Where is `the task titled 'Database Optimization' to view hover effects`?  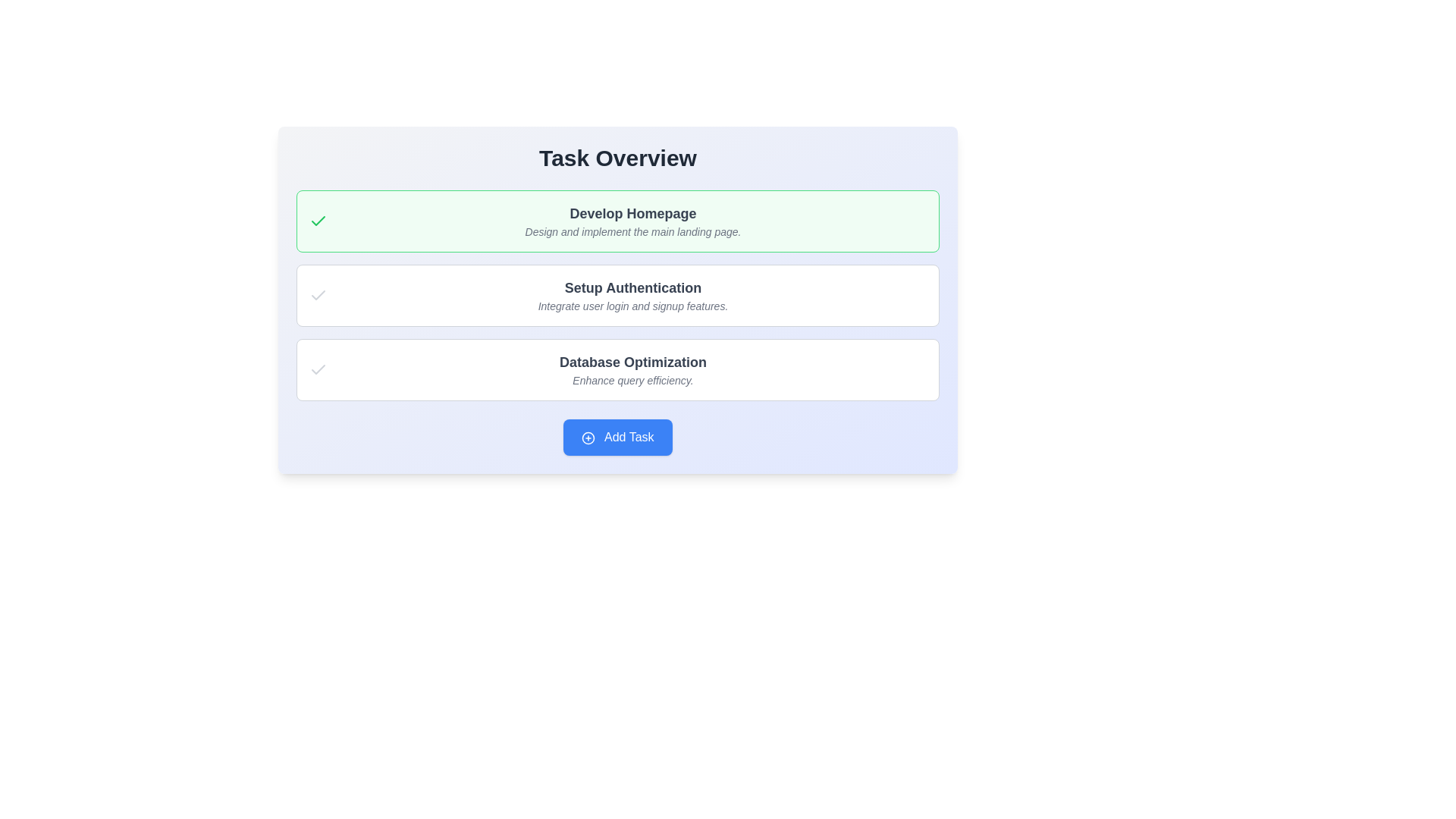 the task titled 'Database Optimization' to view hover effects is located at coordinates (618, 370).